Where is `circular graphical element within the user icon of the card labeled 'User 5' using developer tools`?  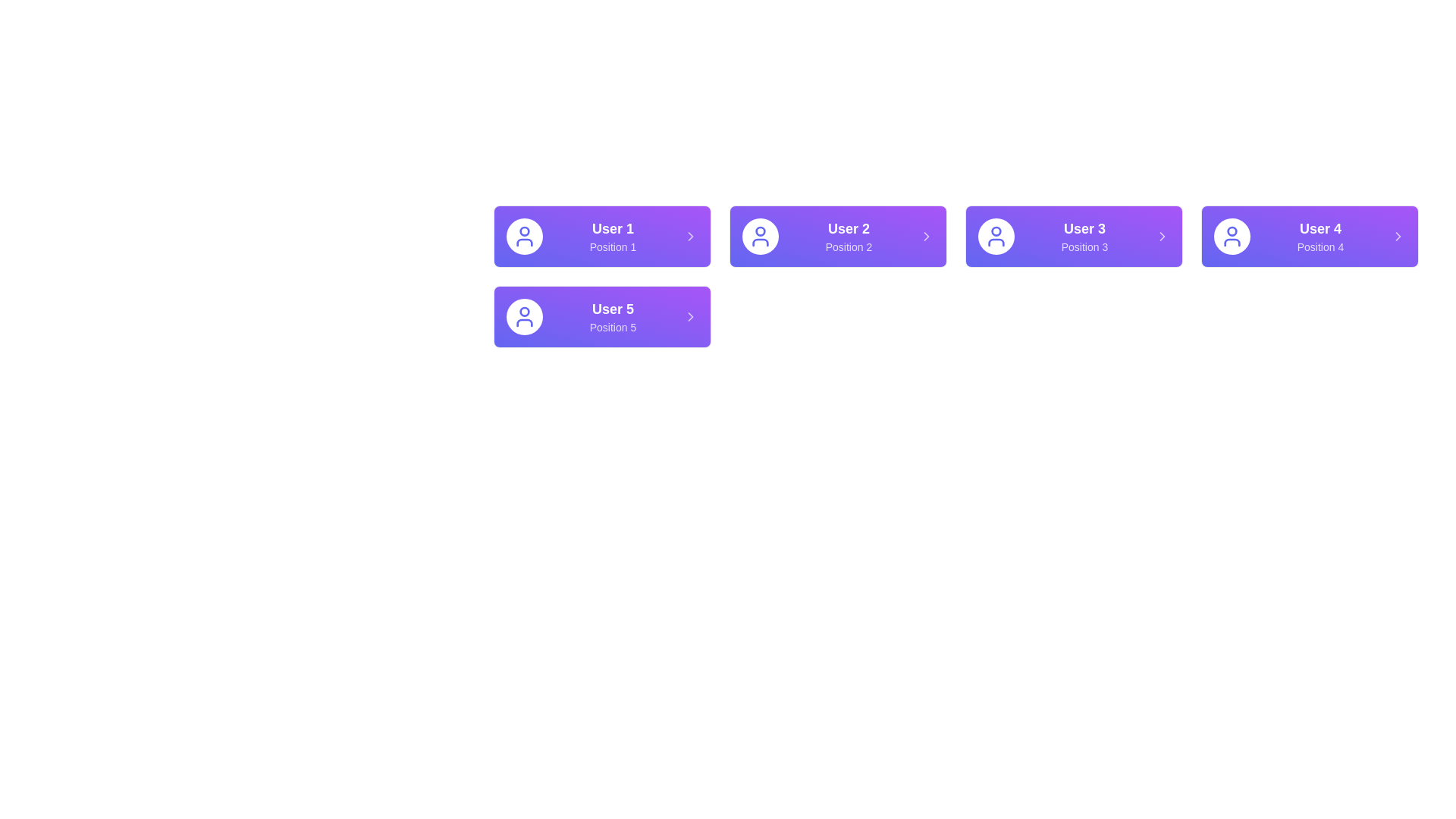
circular graphical element within the user icon of the card labeled 'User 5' using developer tools is located at coordinates (524, 311).